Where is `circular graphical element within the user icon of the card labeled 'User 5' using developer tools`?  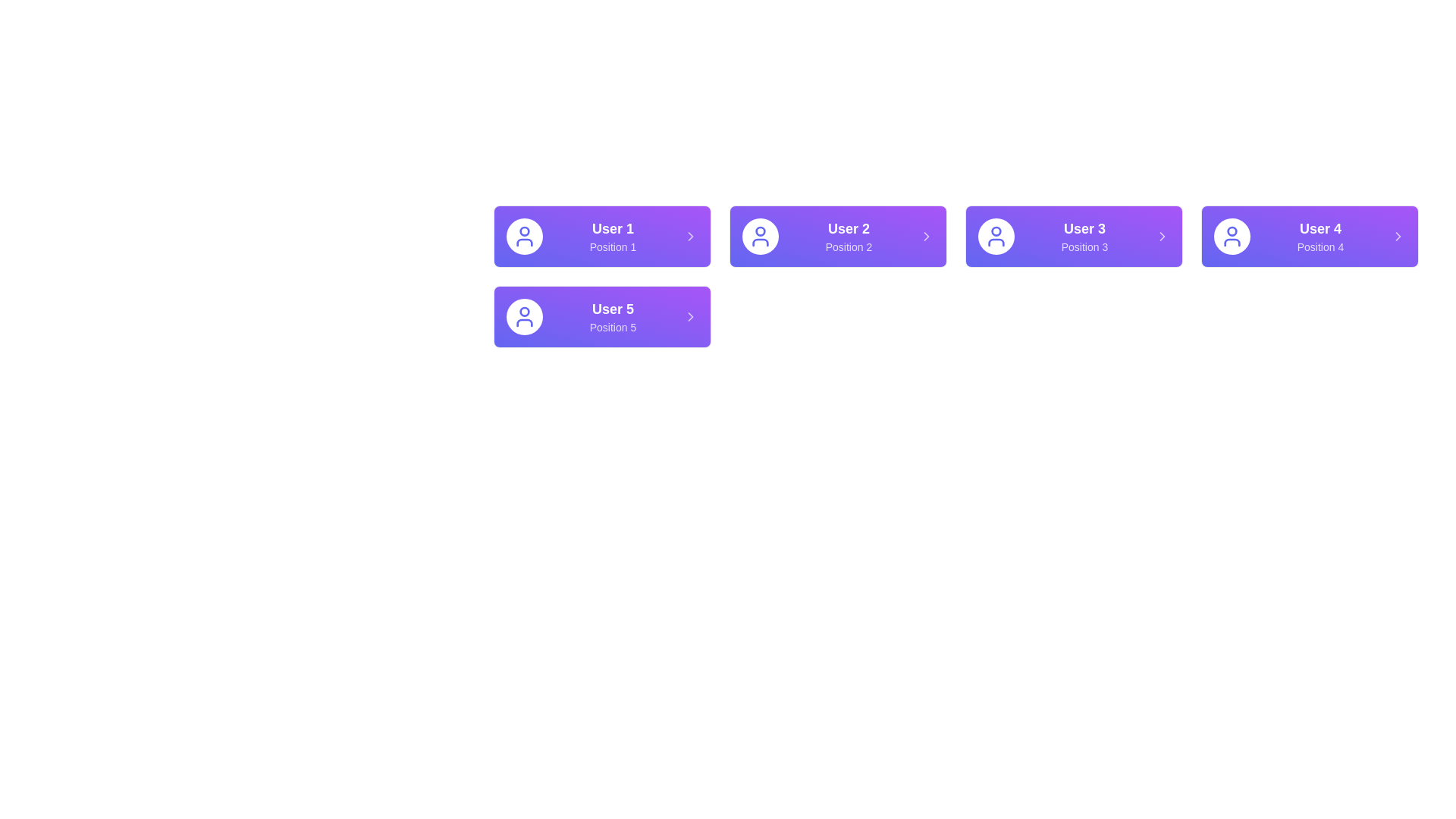
circular graphical element within the user icon of the card labeled 'User 5' using developer tools is located at coordinates (524, 311).